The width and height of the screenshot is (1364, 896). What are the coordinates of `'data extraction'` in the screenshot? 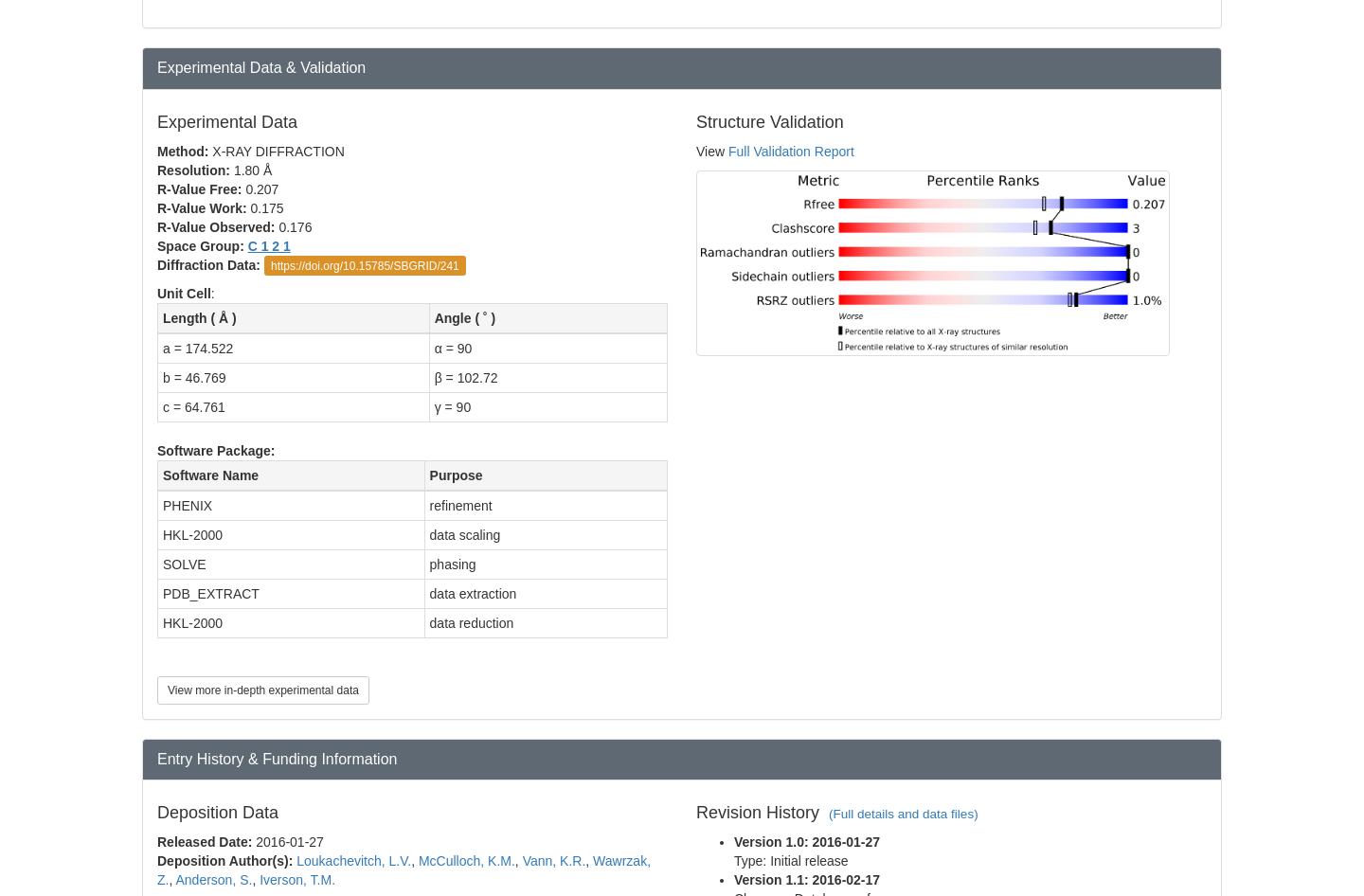 It's located at (471, 591).